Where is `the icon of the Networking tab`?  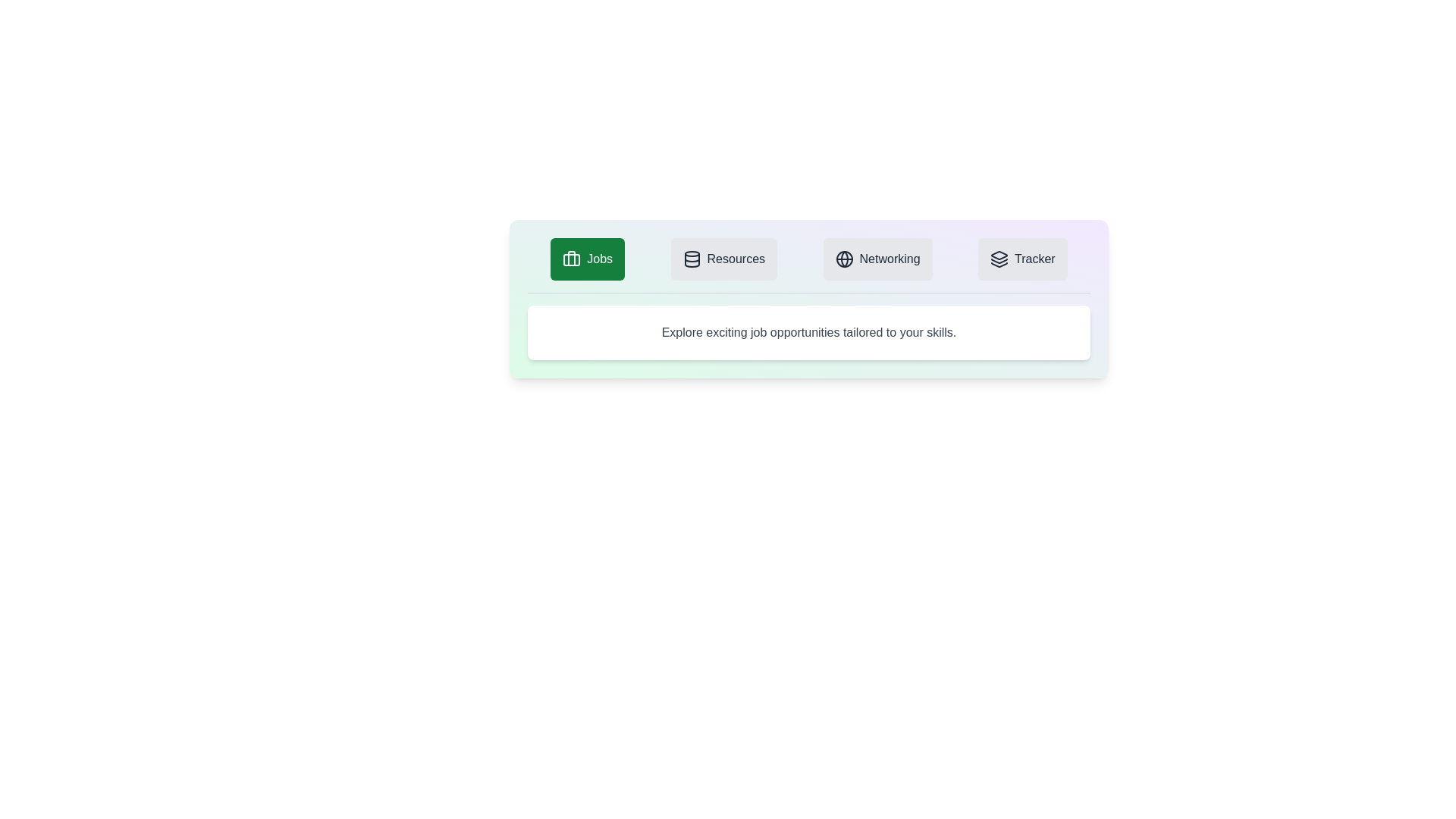 the icon of the Networking tab is located at coordinates (843, 259).